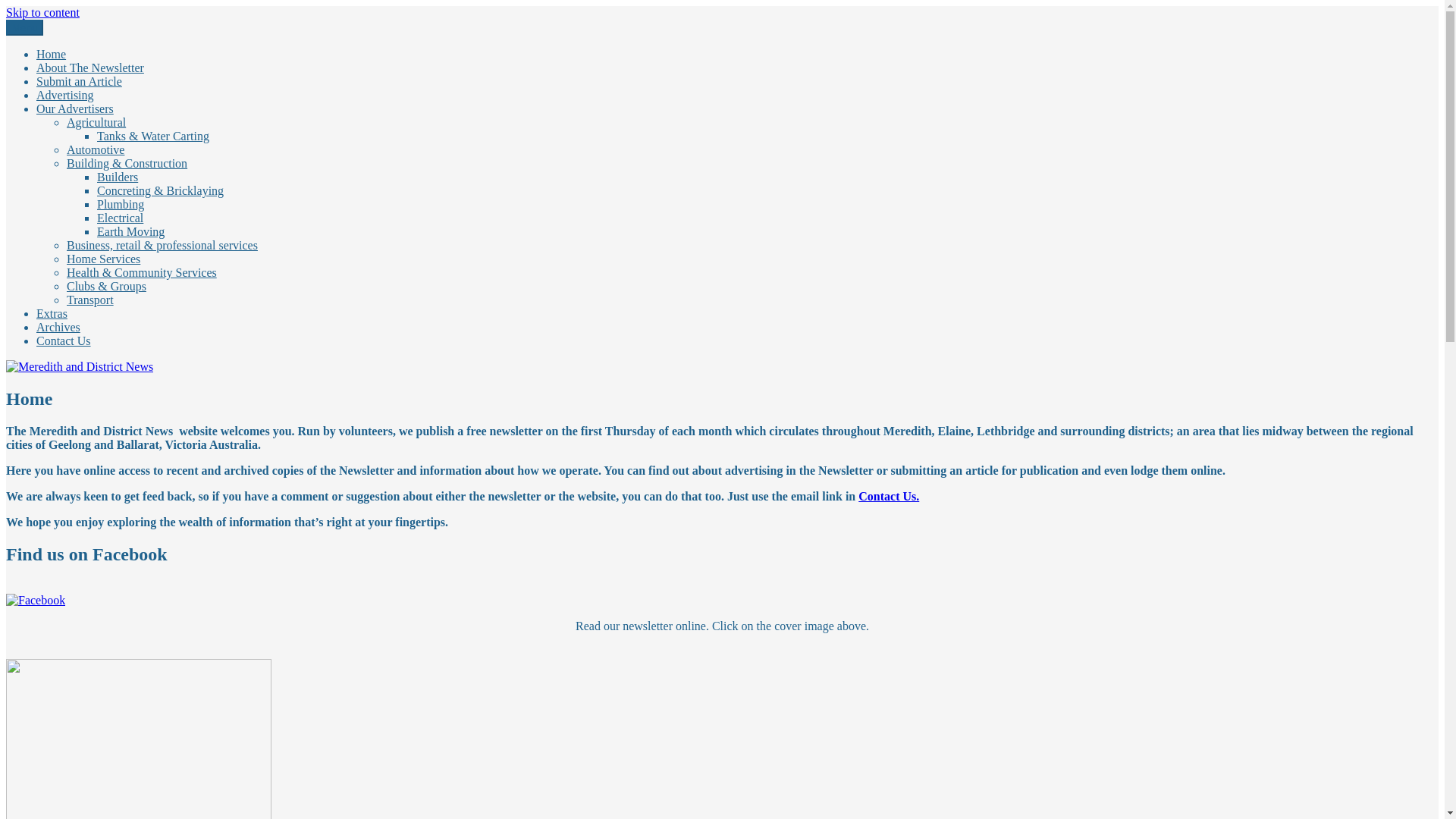  I want to click on 'Business, retail & professional services', so click(162, 244).